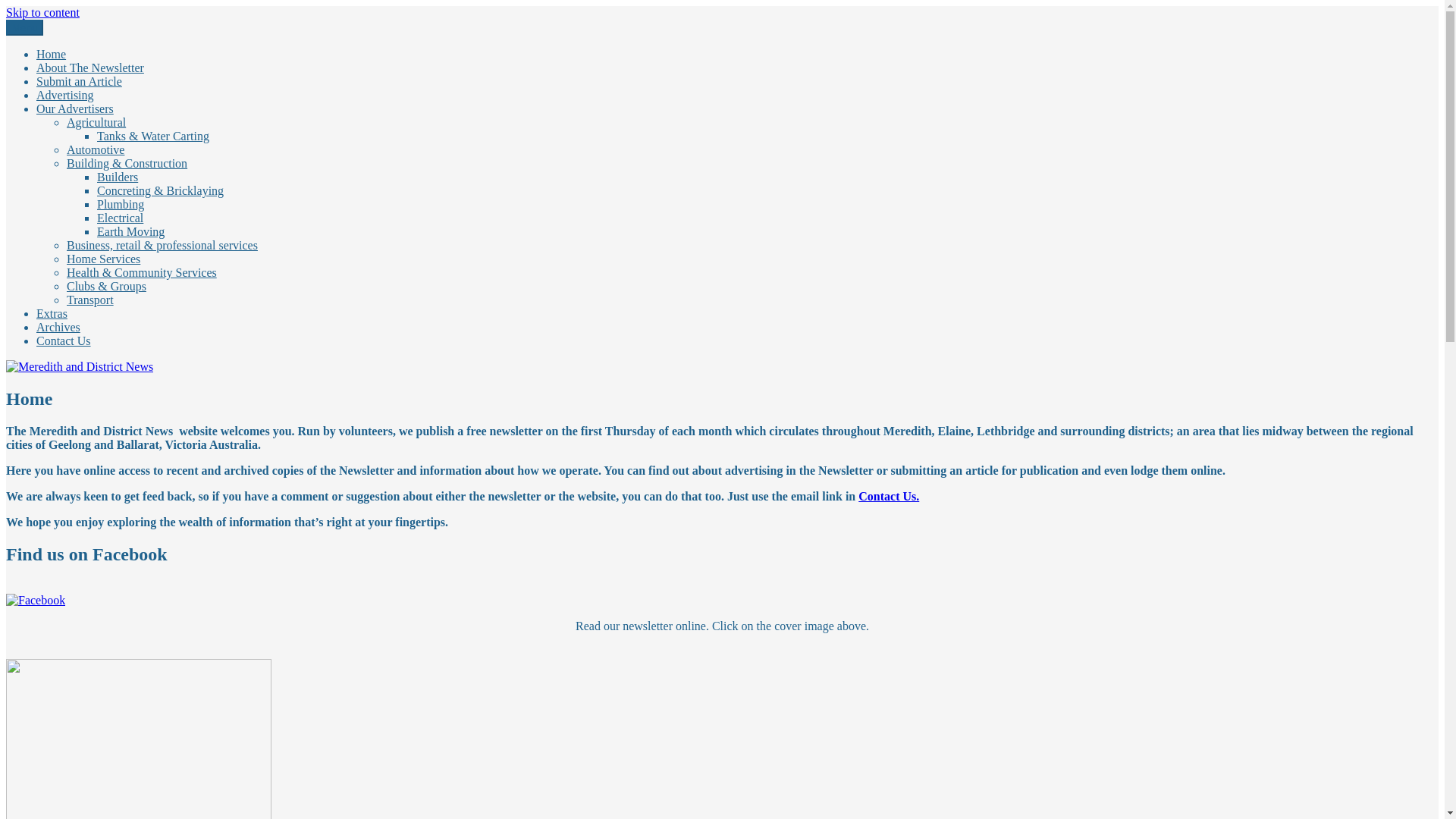  I want to click on 'Business, retail & professional services', so click(162, 244).